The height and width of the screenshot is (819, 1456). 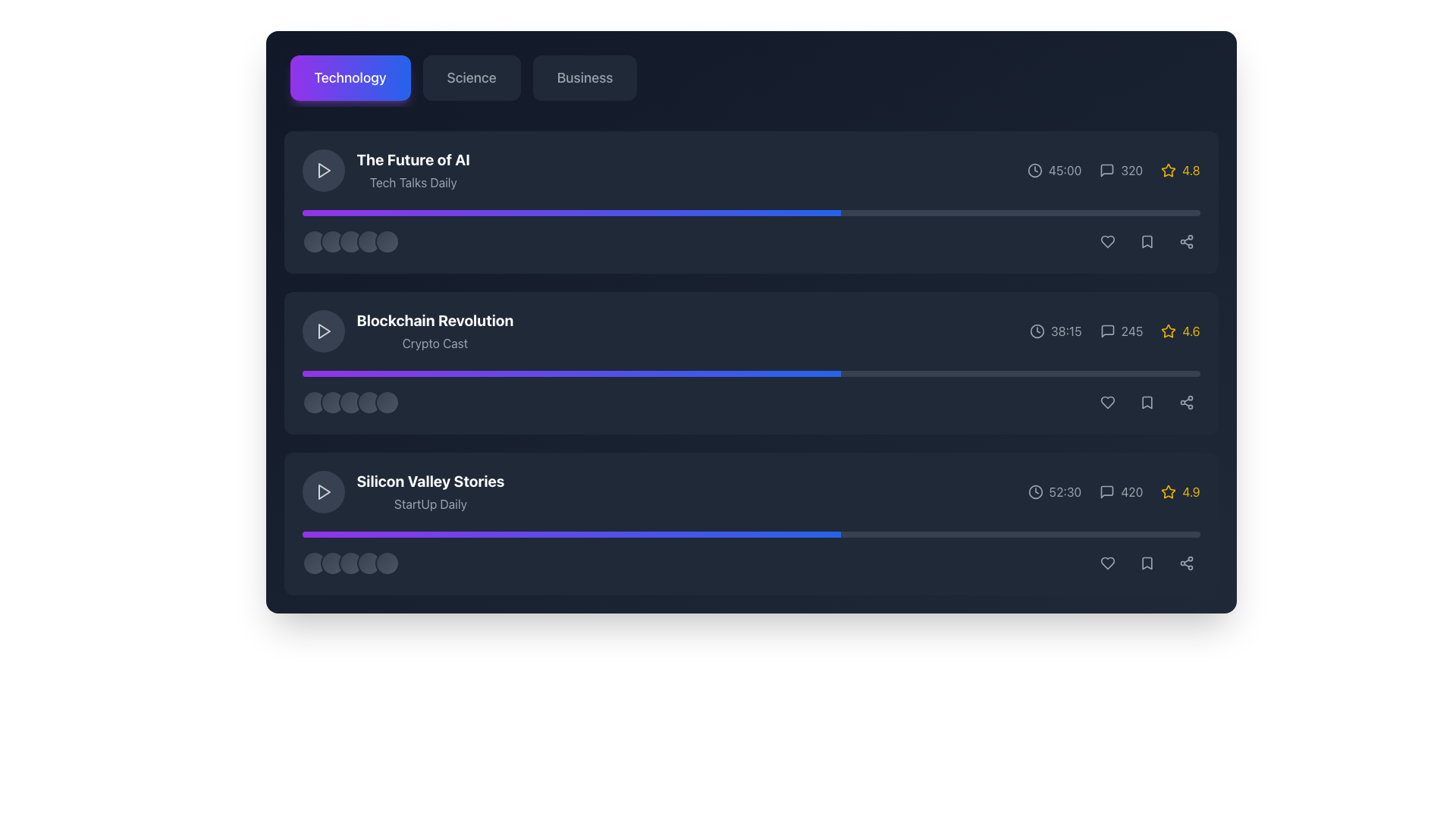 I want to click on the fourth circular avatar element from the left, which has a gradient background and a thick gray border, to interact with the progress indicator under the 'Blockchain Revolution' podcast, so click(x=369, y=402).